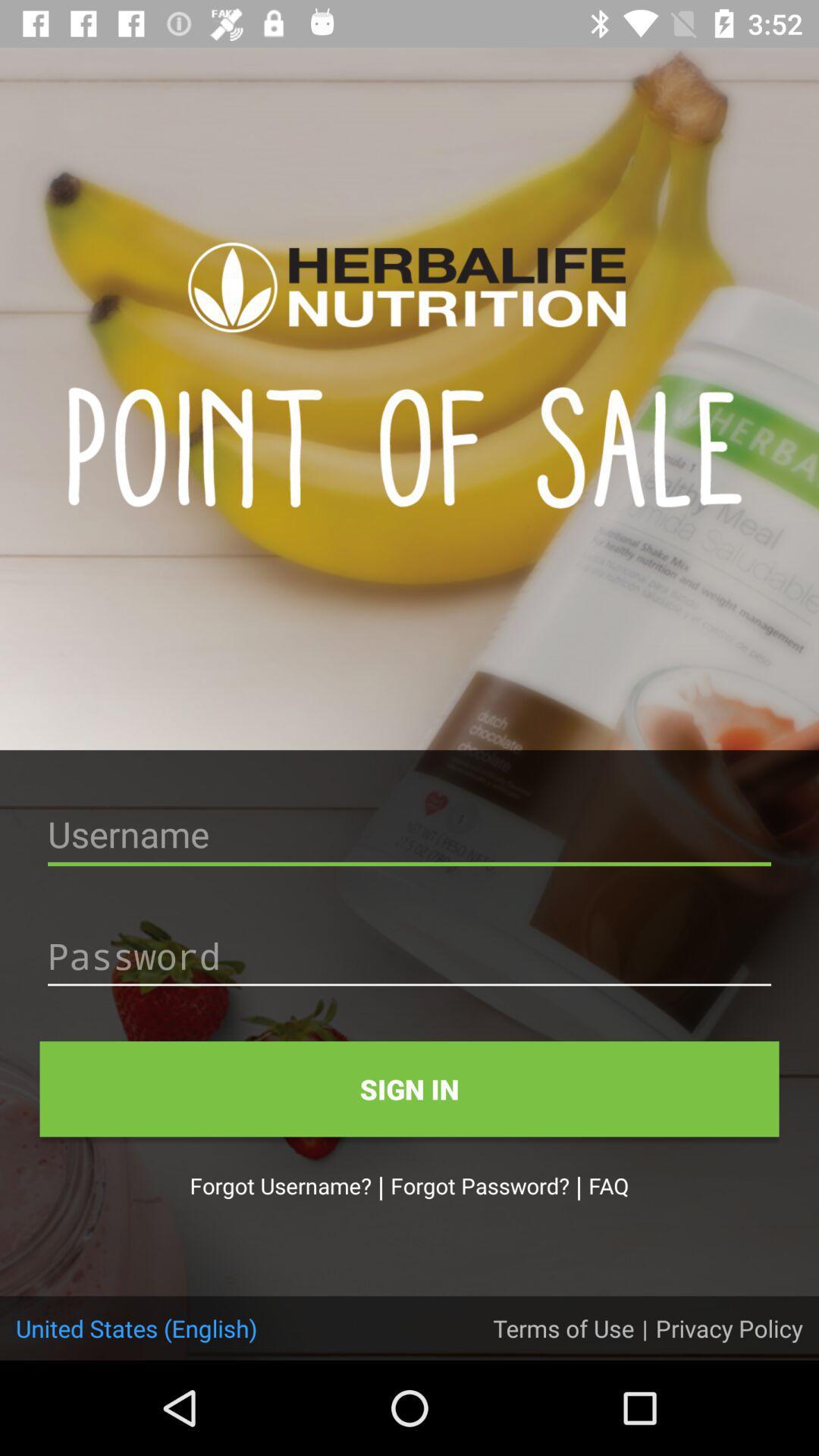 Image resolution: width=819 pixels, height=1456 pixels. Describe the element at coordinates (607, 1185) in the screenshot. I see `faq icon` at that location.